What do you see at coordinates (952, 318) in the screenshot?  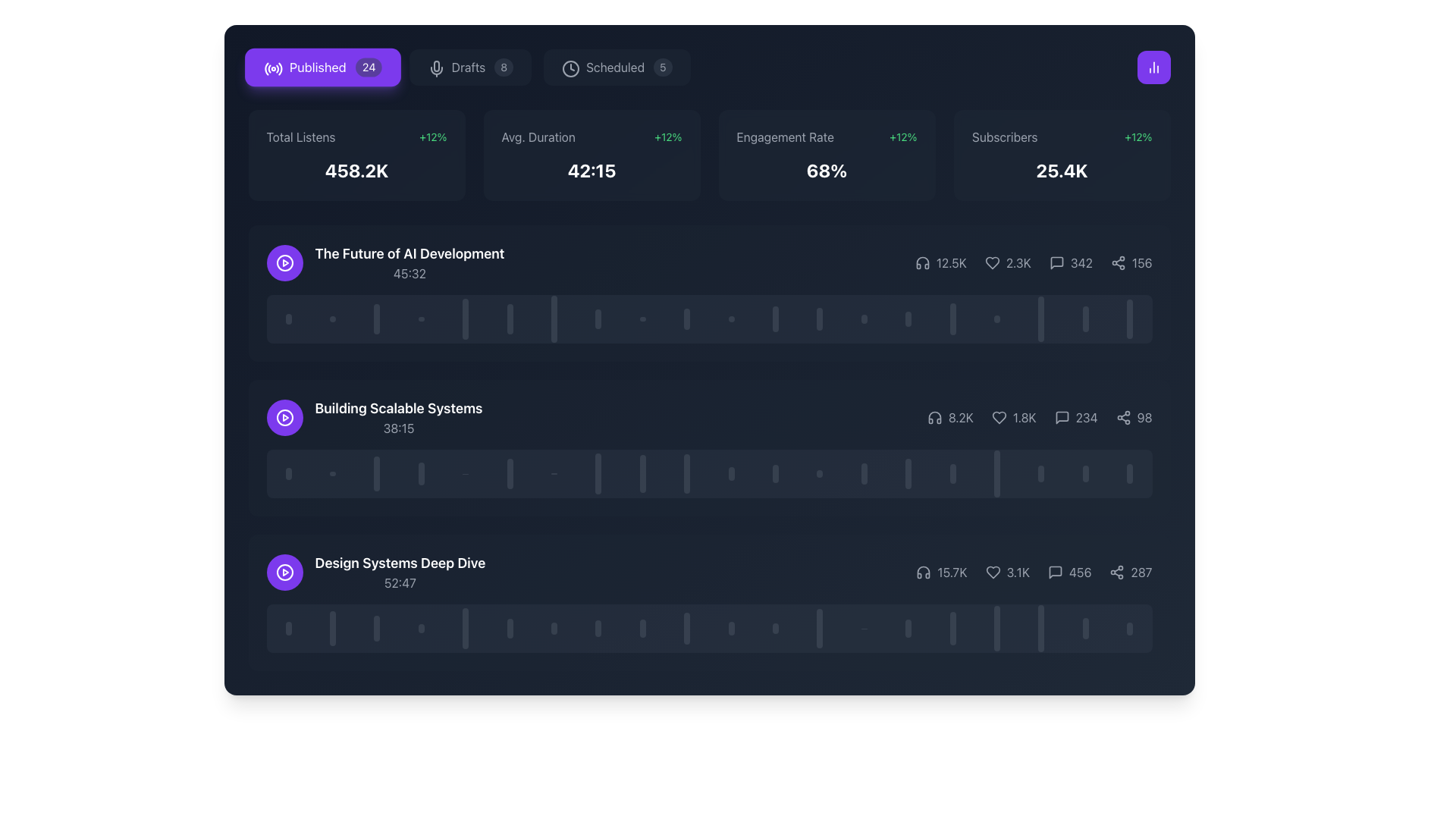 I see `the proportional representation of the sixteenth vertical bar among similar bars in the data representation chart, styled in a grayish tone and semi-transparent appearance` at bounding box center [952, 318].